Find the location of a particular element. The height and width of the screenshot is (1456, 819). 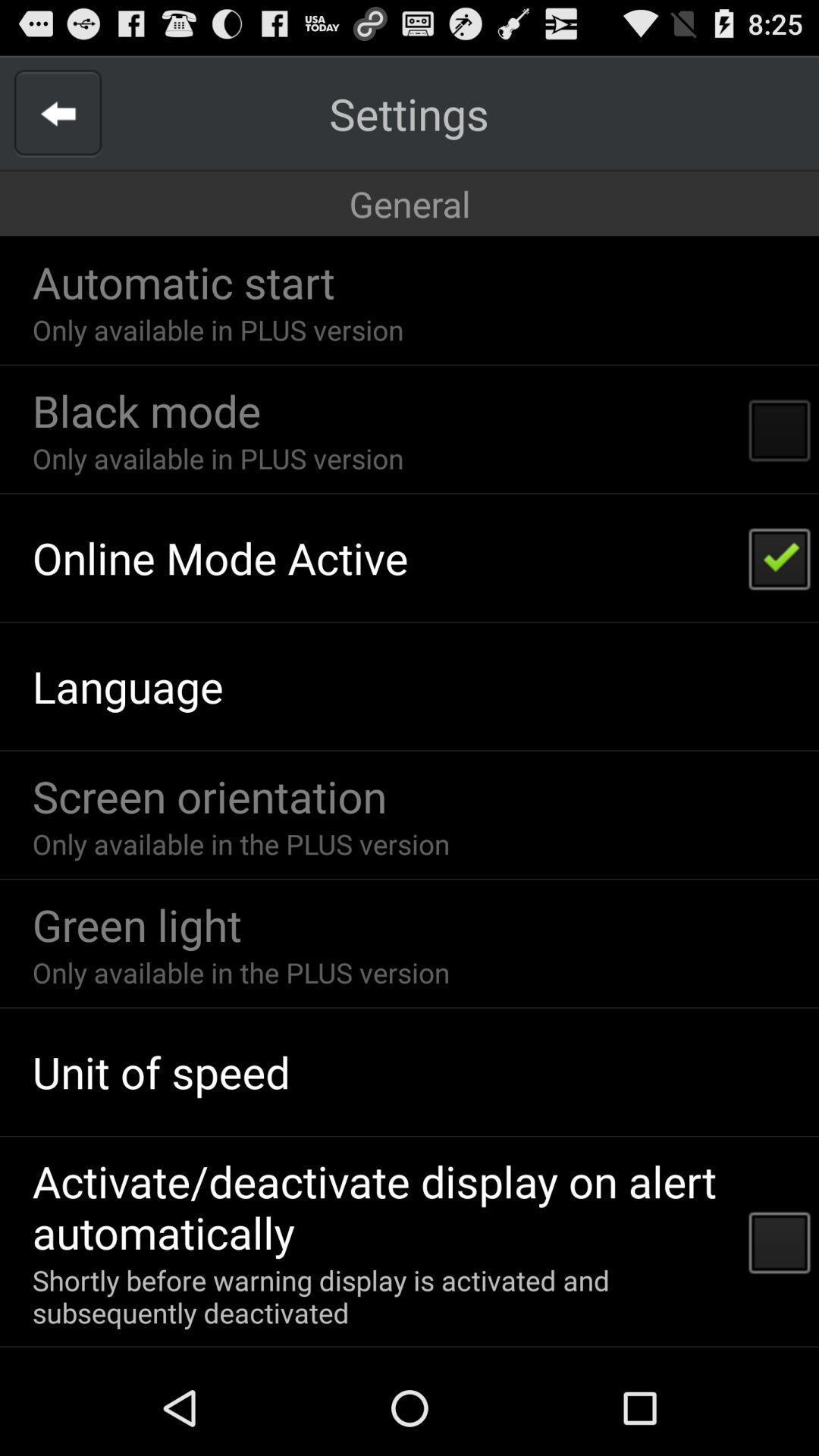

item below the only available in item is located at coordinates (146, 410).